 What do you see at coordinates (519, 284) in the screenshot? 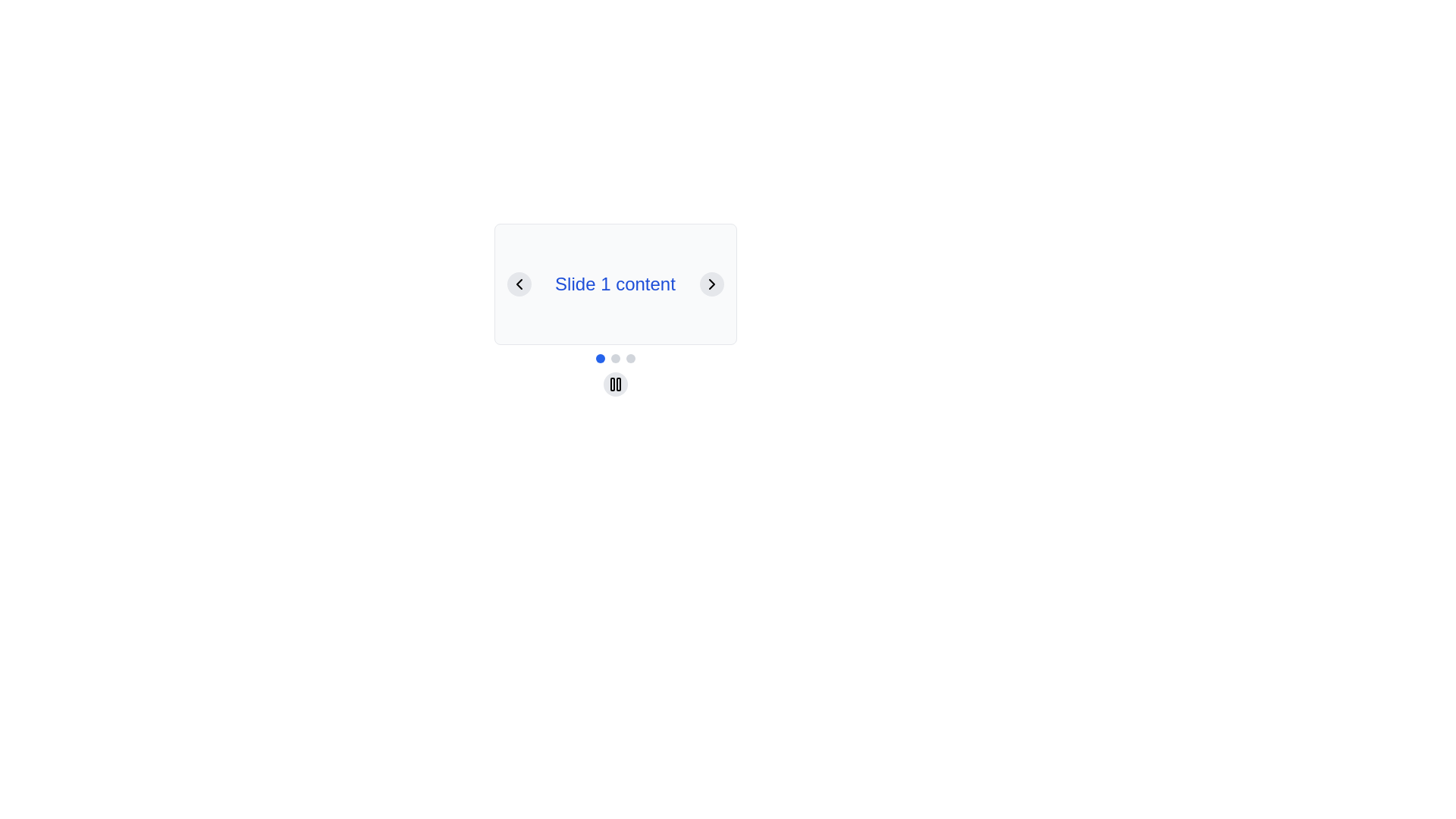
I see `the circular button with a gray background and a left-pointing black chevron icon` at bounding box center [519, 284].